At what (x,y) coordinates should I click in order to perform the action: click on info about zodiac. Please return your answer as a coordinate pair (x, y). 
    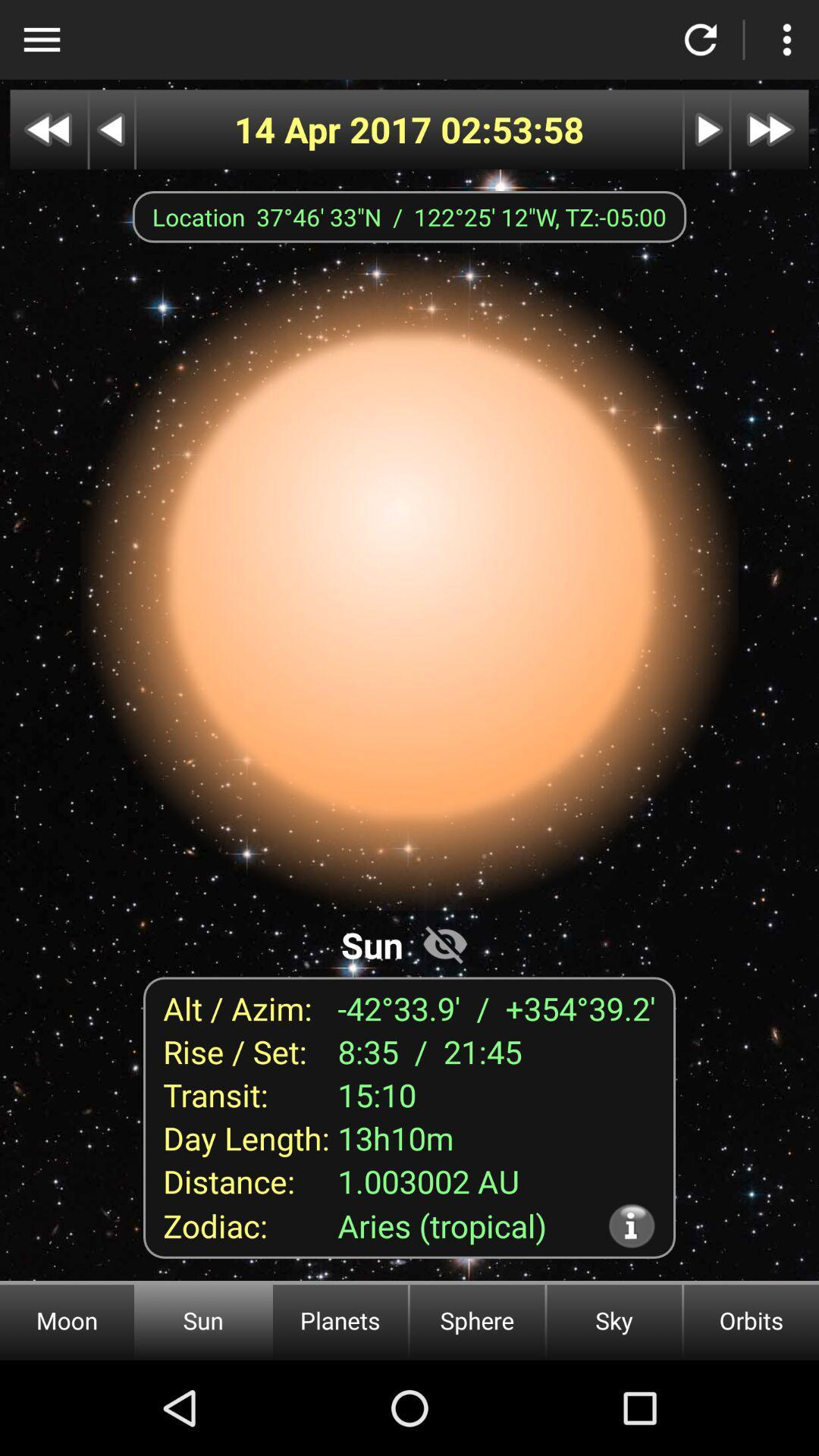
    Looking at the image, I should click on (632, 1225).